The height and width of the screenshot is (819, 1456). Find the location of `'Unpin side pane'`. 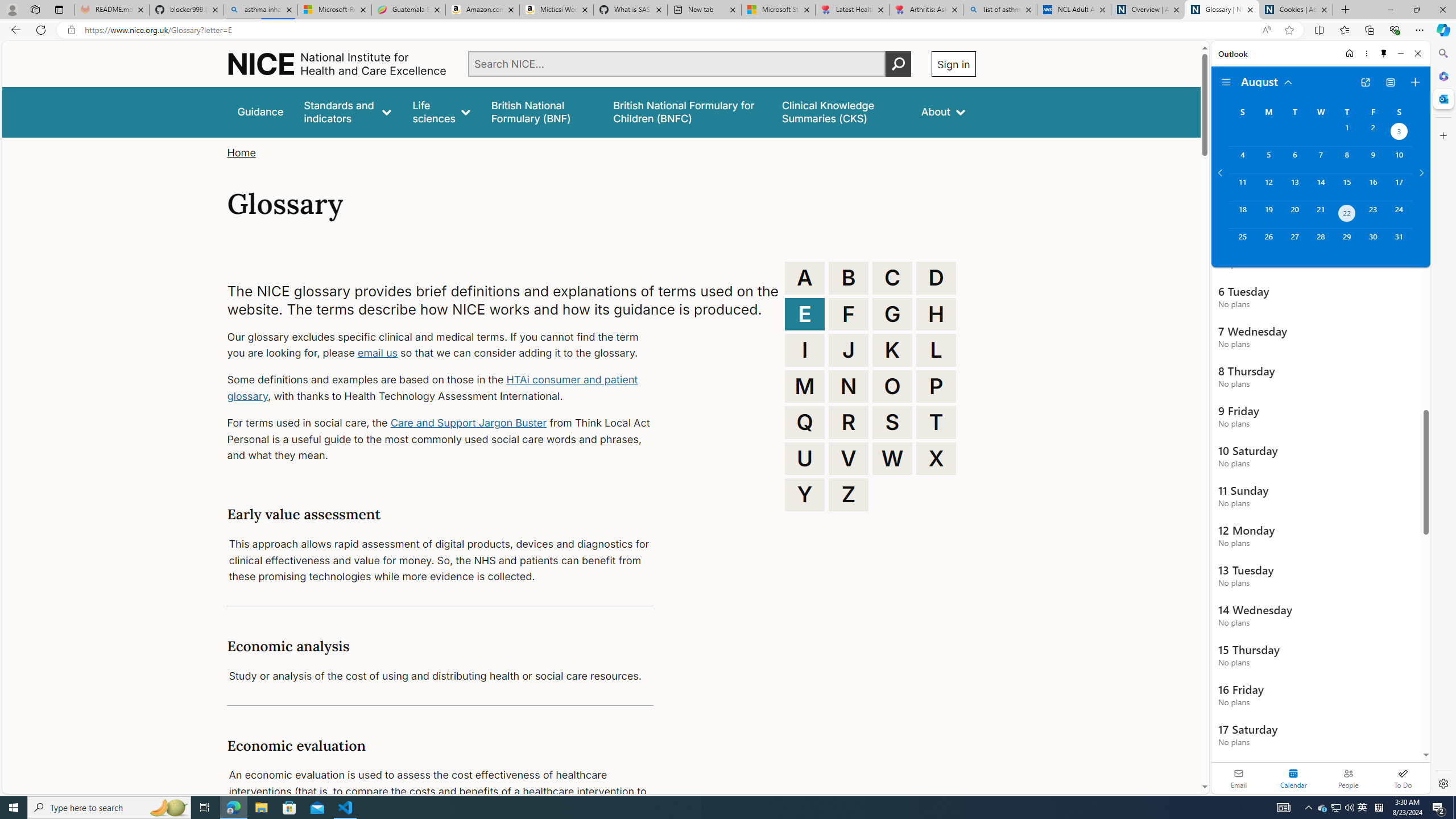

'Unpin side pane' is located at coordinates (1384, 53).